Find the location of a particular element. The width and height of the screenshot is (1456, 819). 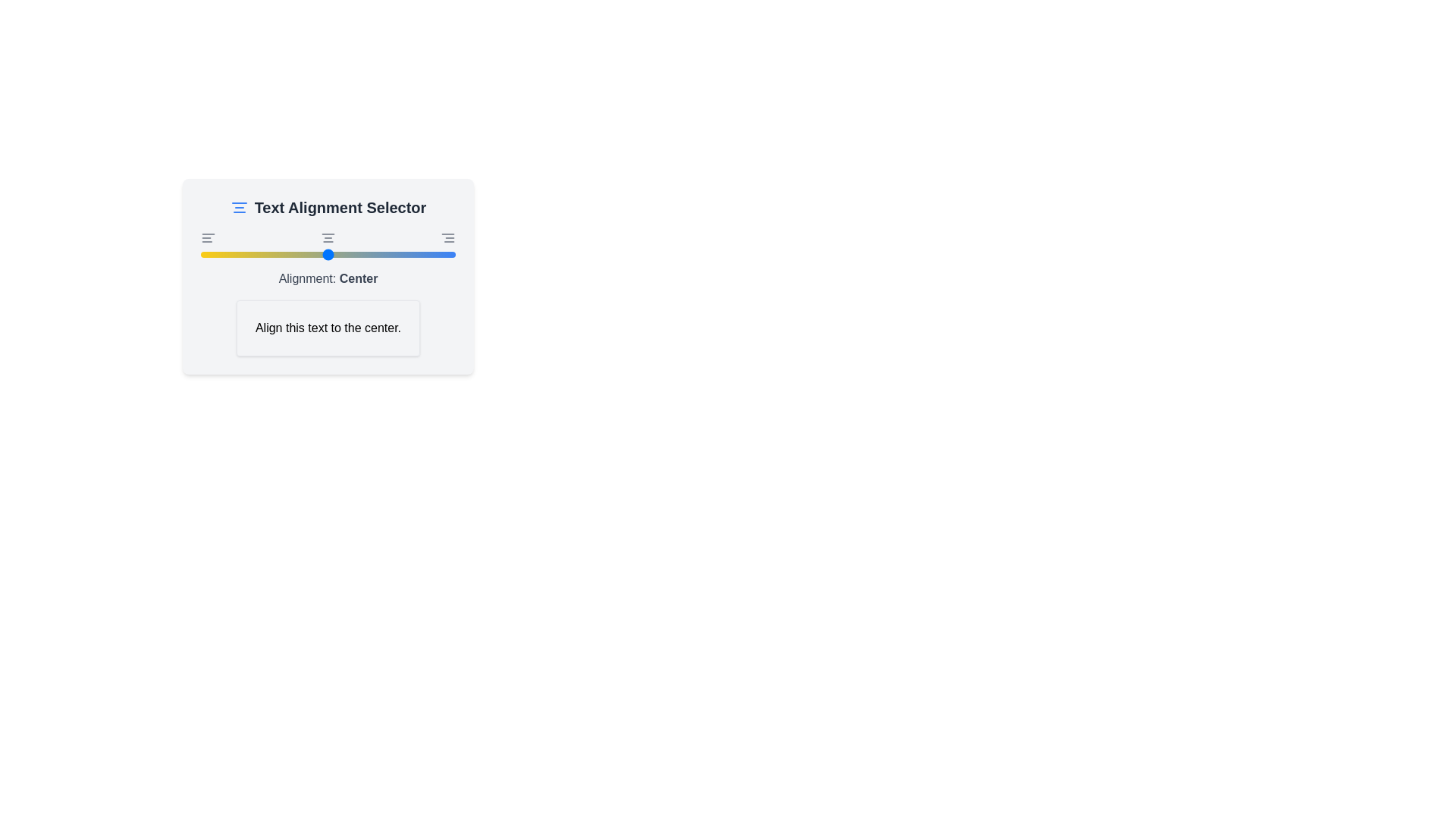

the alignment icon to set alignment to right is located at coordinates (447, 237).